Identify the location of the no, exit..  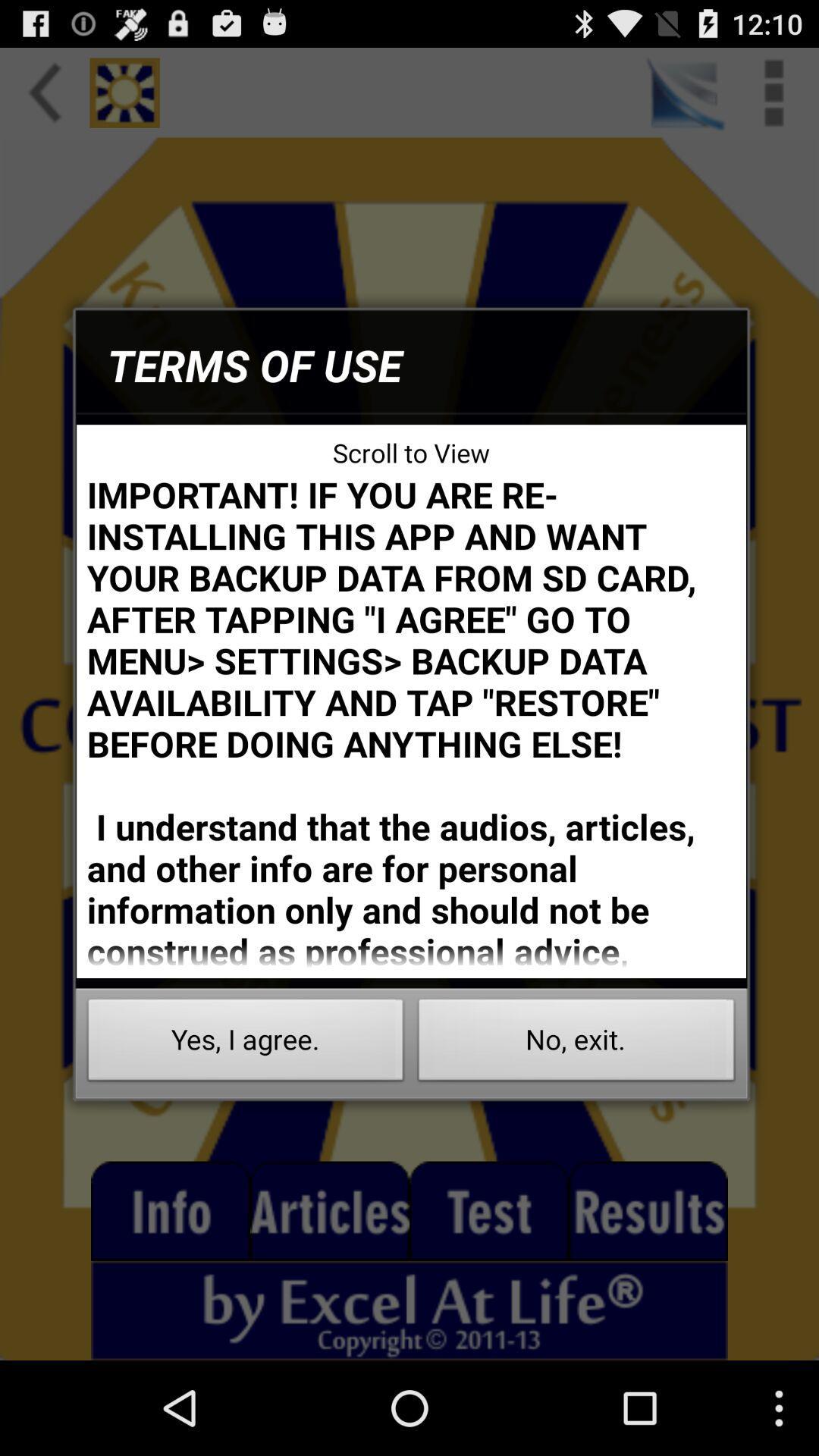
(576, 1043).